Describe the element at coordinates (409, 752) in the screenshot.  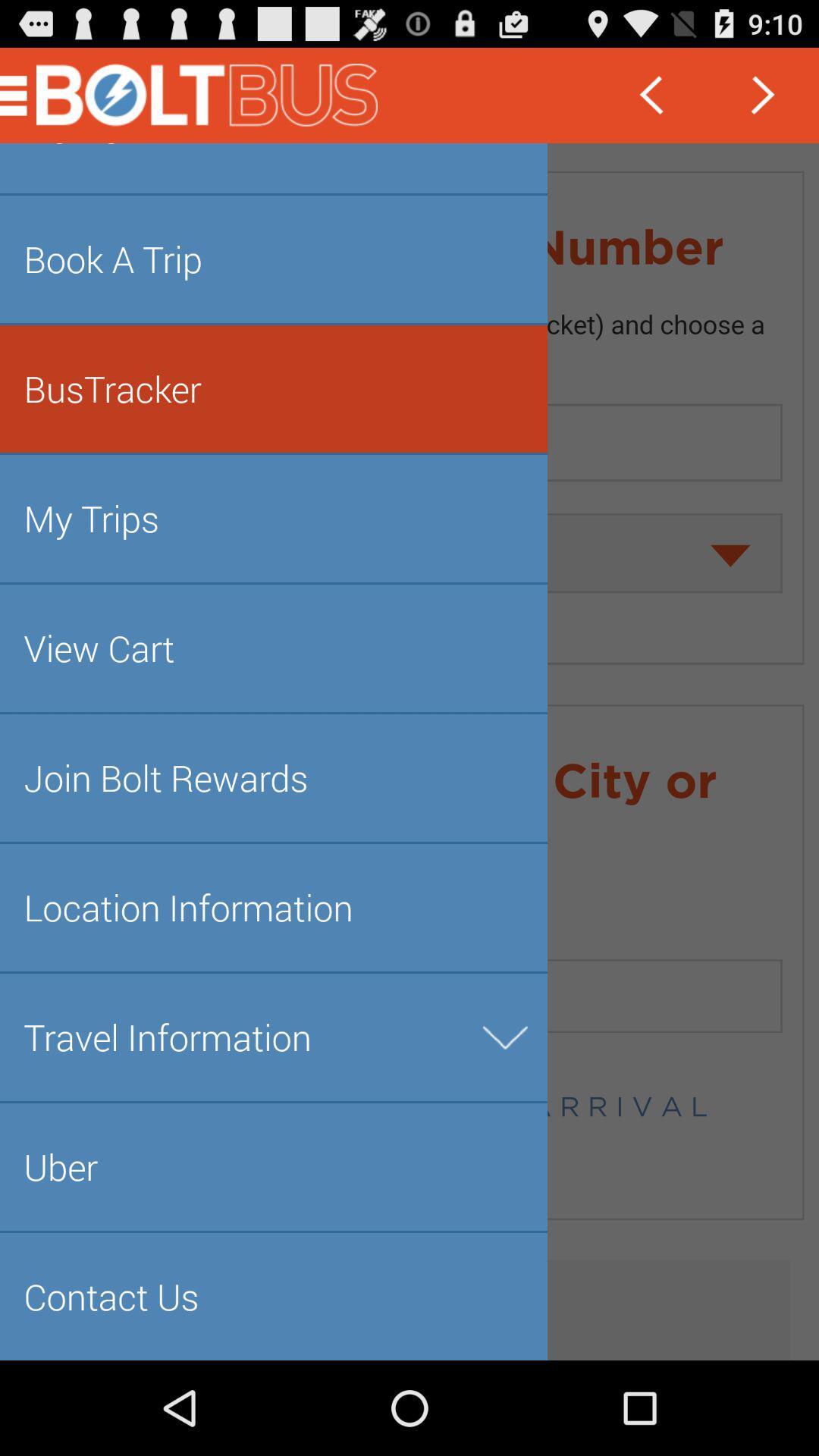
I see `various information` at that location.